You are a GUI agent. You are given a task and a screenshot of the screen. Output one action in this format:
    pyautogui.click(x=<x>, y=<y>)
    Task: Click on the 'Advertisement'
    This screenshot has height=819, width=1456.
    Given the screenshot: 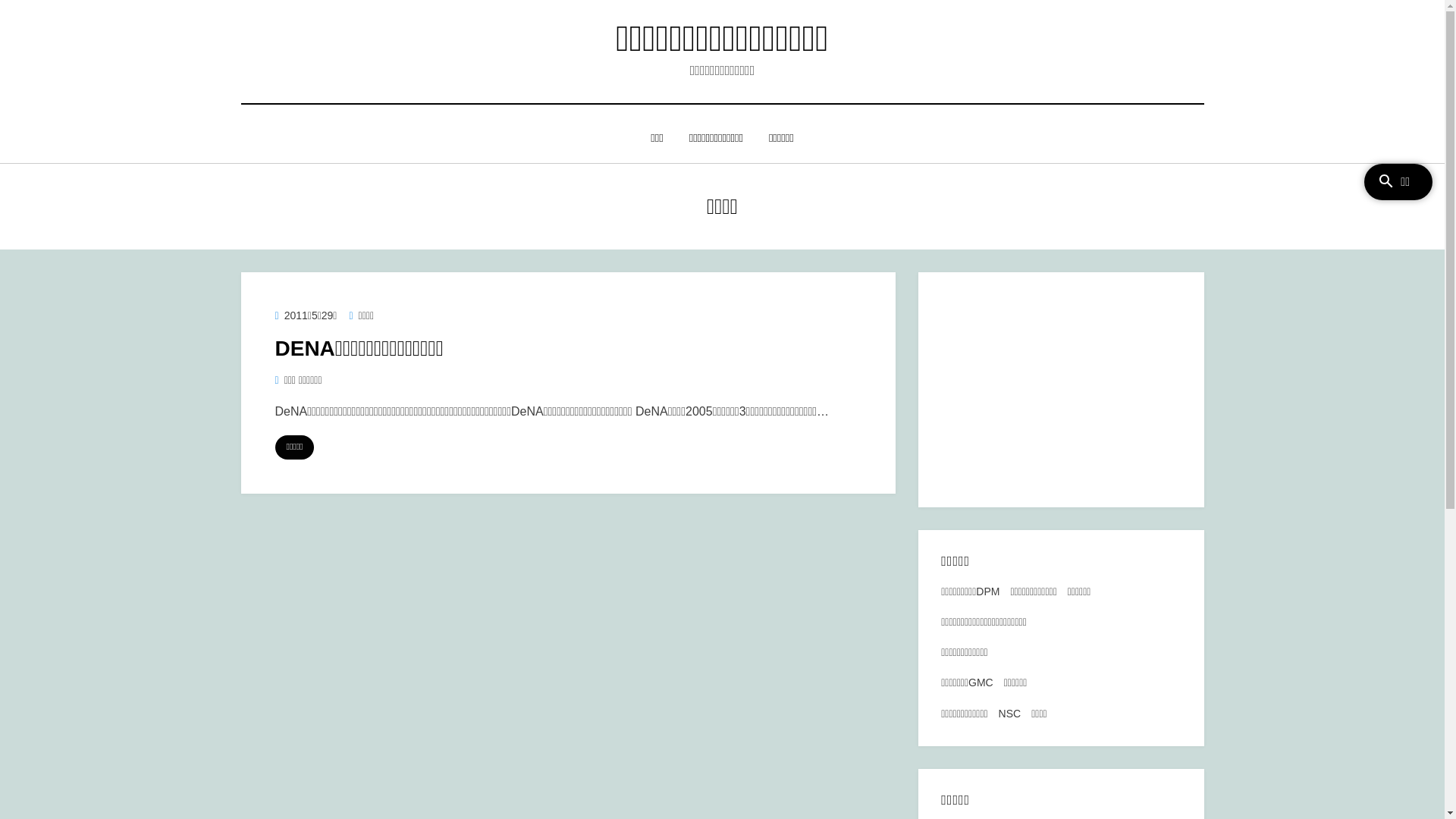 What is the action you would take?
    pyautogui.click(x=1059, y=388)
    